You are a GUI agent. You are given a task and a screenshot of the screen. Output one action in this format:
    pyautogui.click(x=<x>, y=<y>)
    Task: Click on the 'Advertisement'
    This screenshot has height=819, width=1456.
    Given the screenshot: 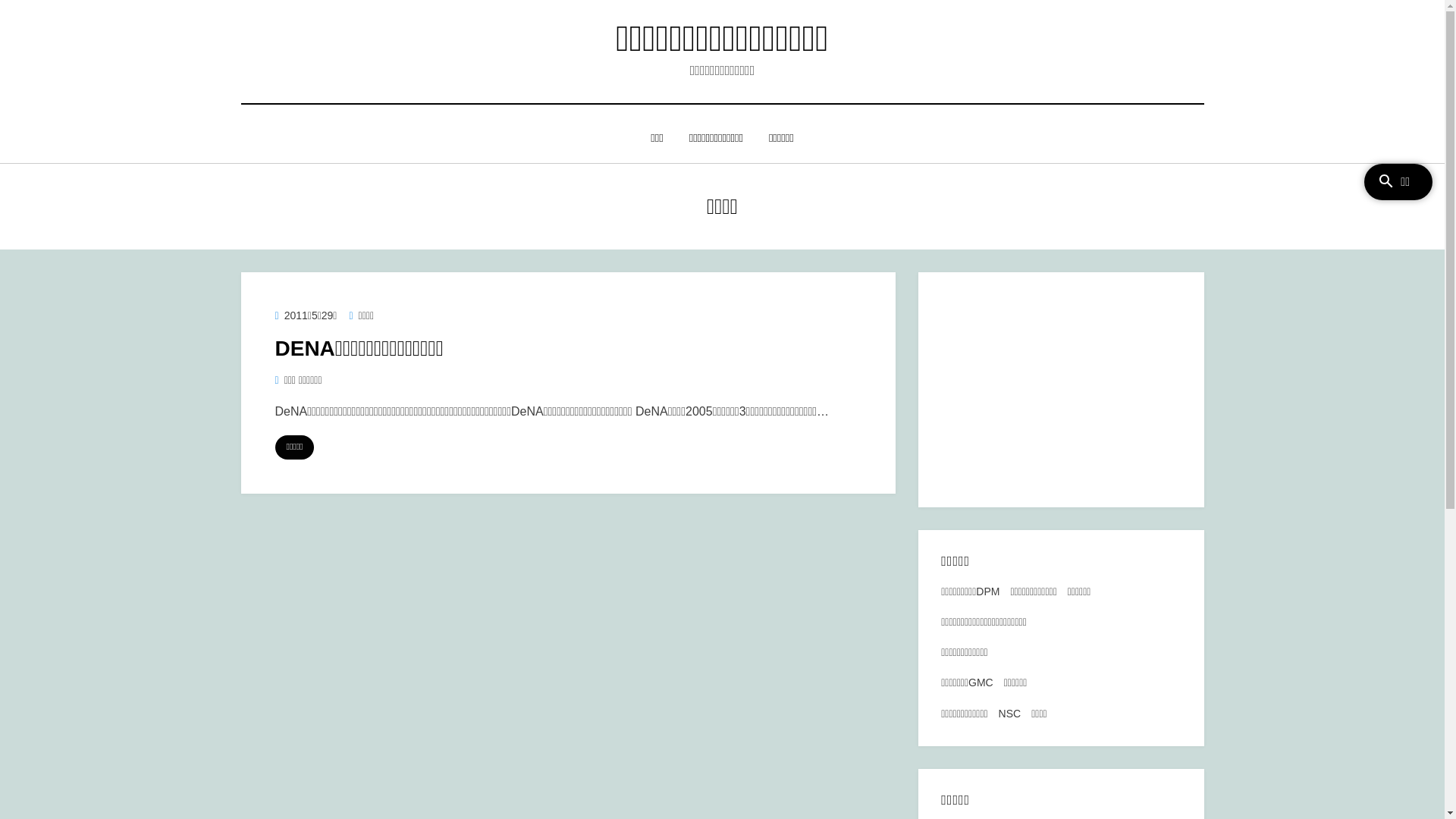 What is the action you would take?
    pyautogui.click(x=1059, y=388)
    